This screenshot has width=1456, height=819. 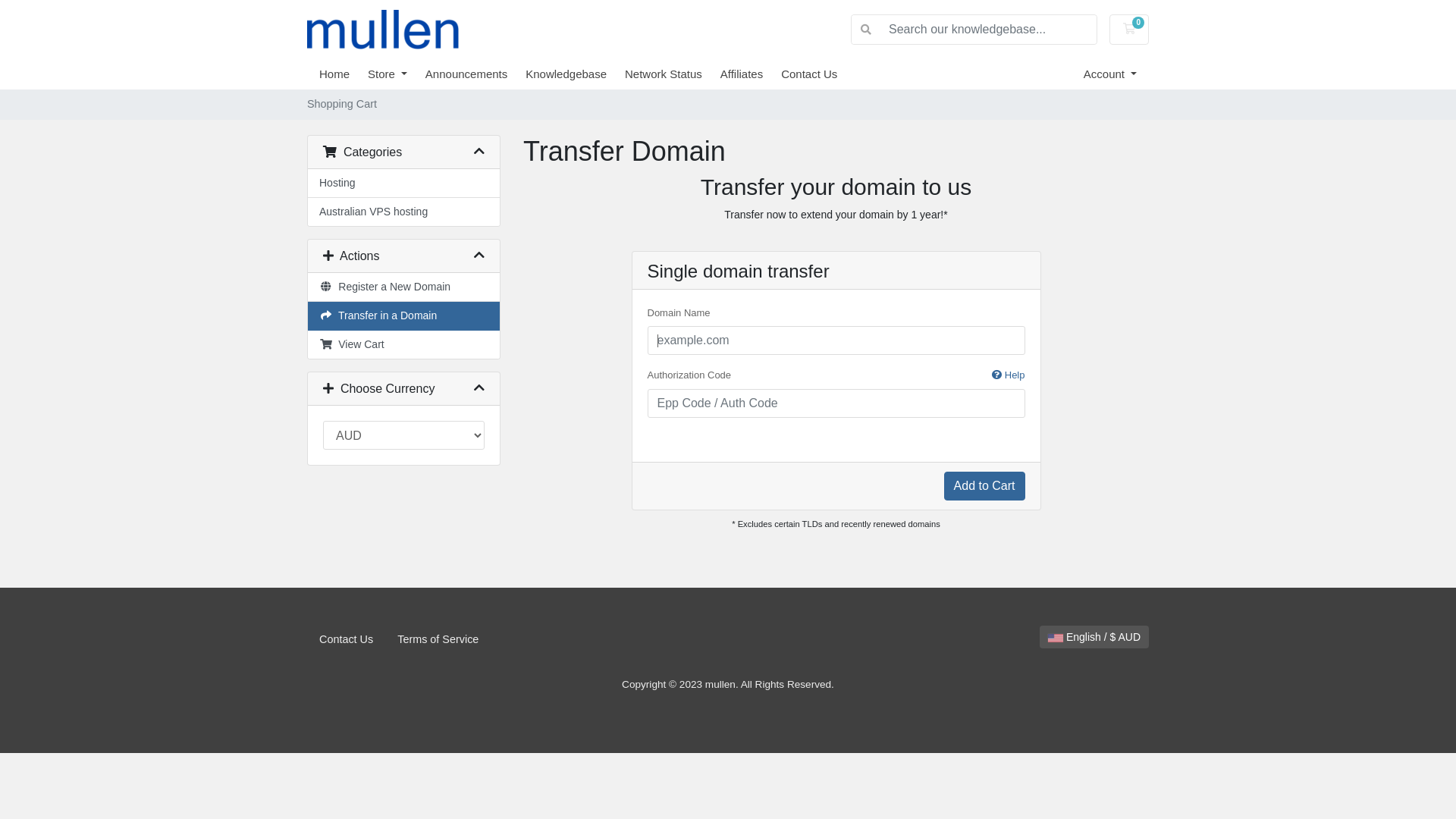 What do you see at coordinates (397, 74) in the screenshot?
I see `'Store'` at bounding box center [397, 74].